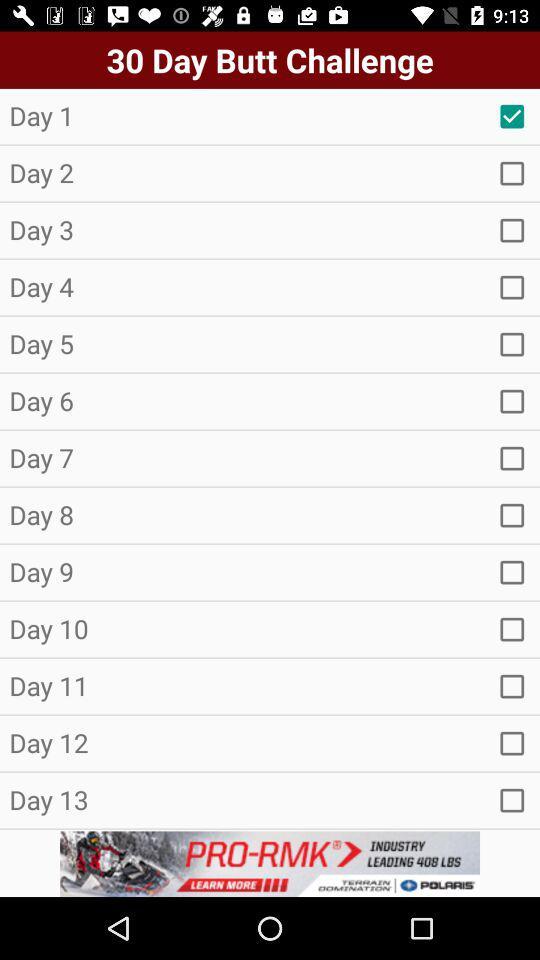  Describe the element at coordinates (512, 628) in the screenshot. I see `choose the option` at that location.